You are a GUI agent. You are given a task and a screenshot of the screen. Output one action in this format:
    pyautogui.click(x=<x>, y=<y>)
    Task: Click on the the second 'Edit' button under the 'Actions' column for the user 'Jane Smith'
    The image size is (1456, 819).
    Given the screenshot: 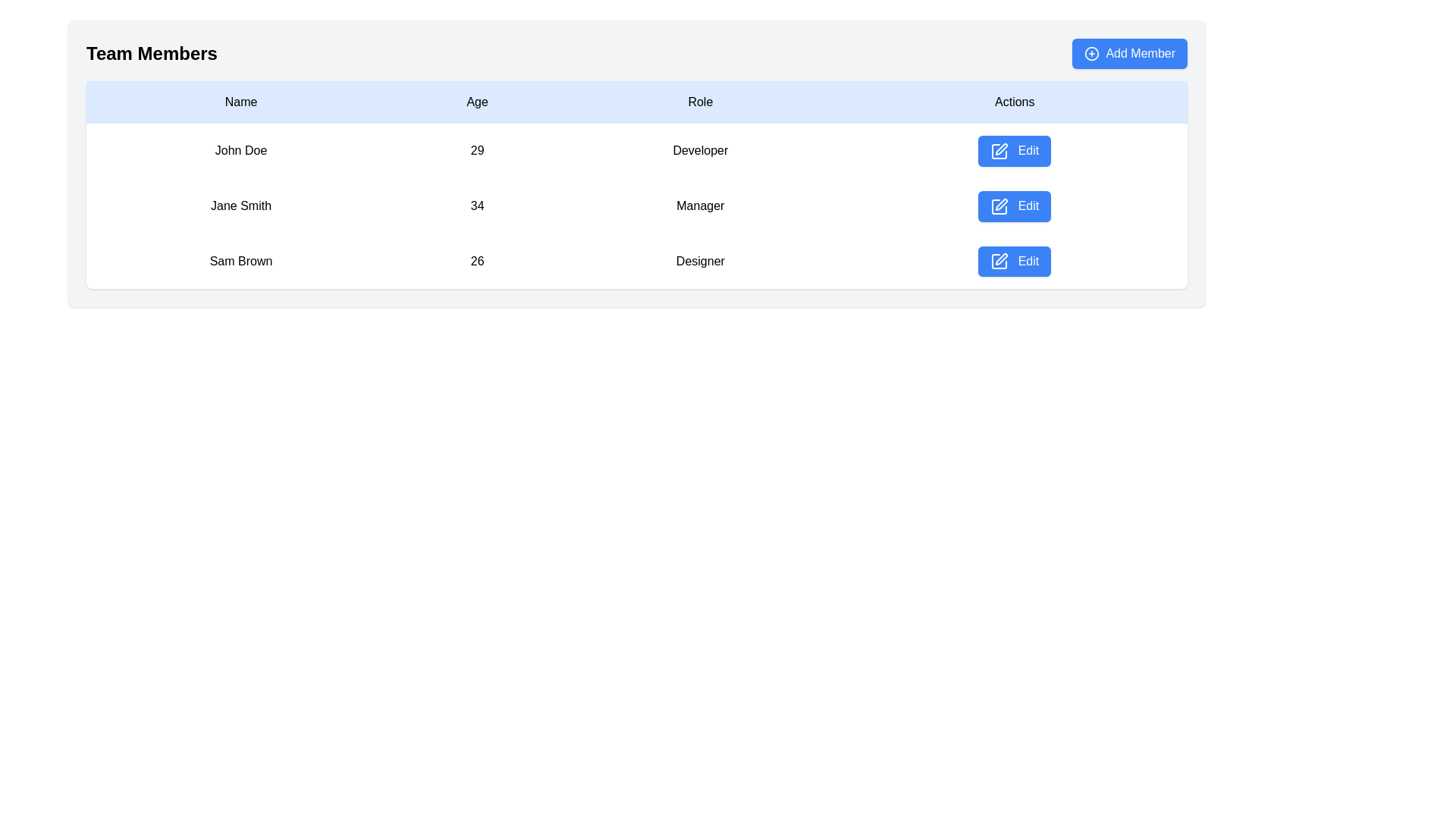 What is the action you would take?
    pyautogui.click(x=1015, y=206)
    